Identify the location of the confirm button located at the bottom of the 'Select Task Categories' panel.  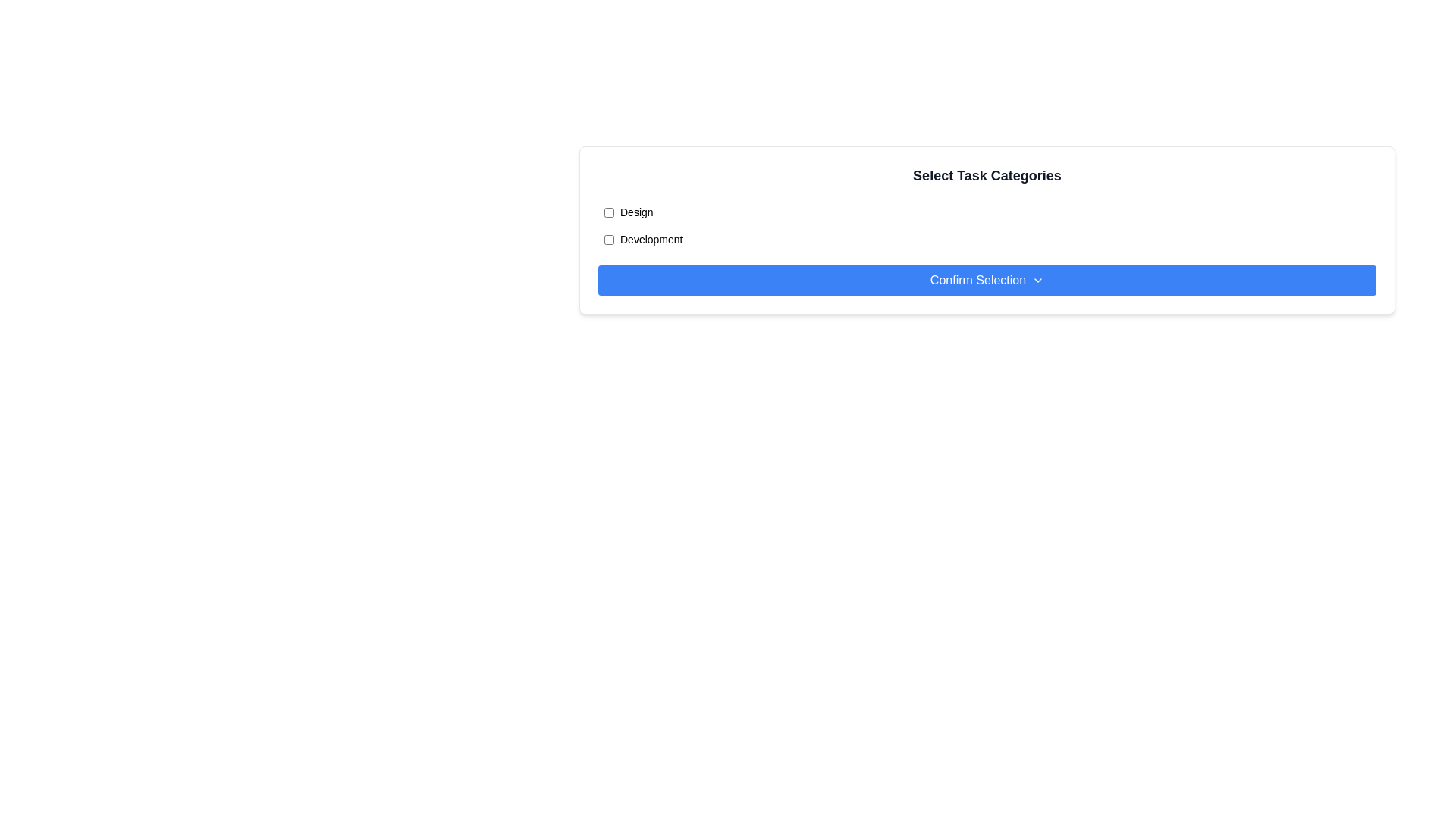
(987, 281).